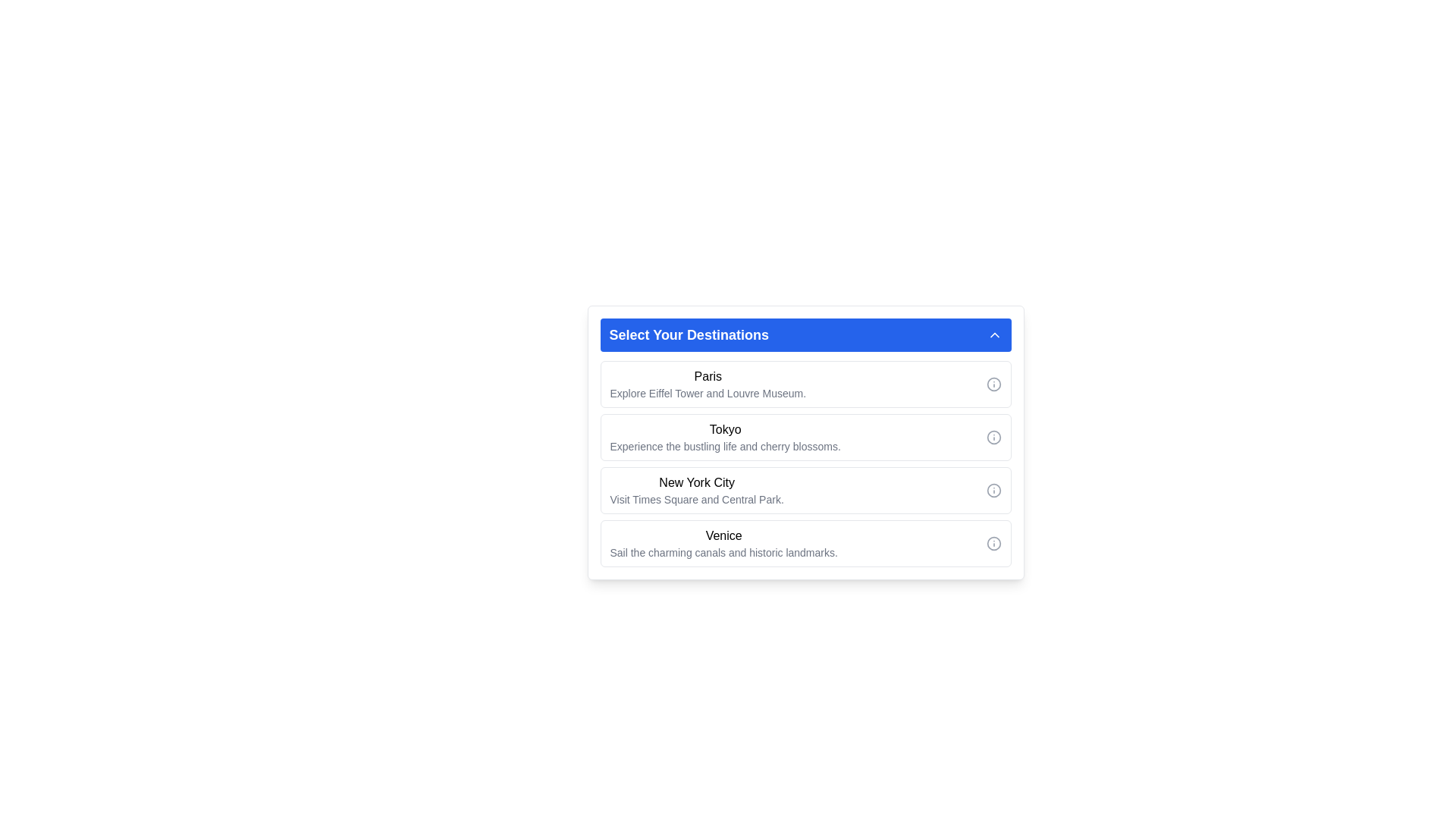 The image size is (1456, 819). I want to click on the informational card for Venice, located below the New York City item in the 'Select Your Destinations' panel, so click(805, 543).